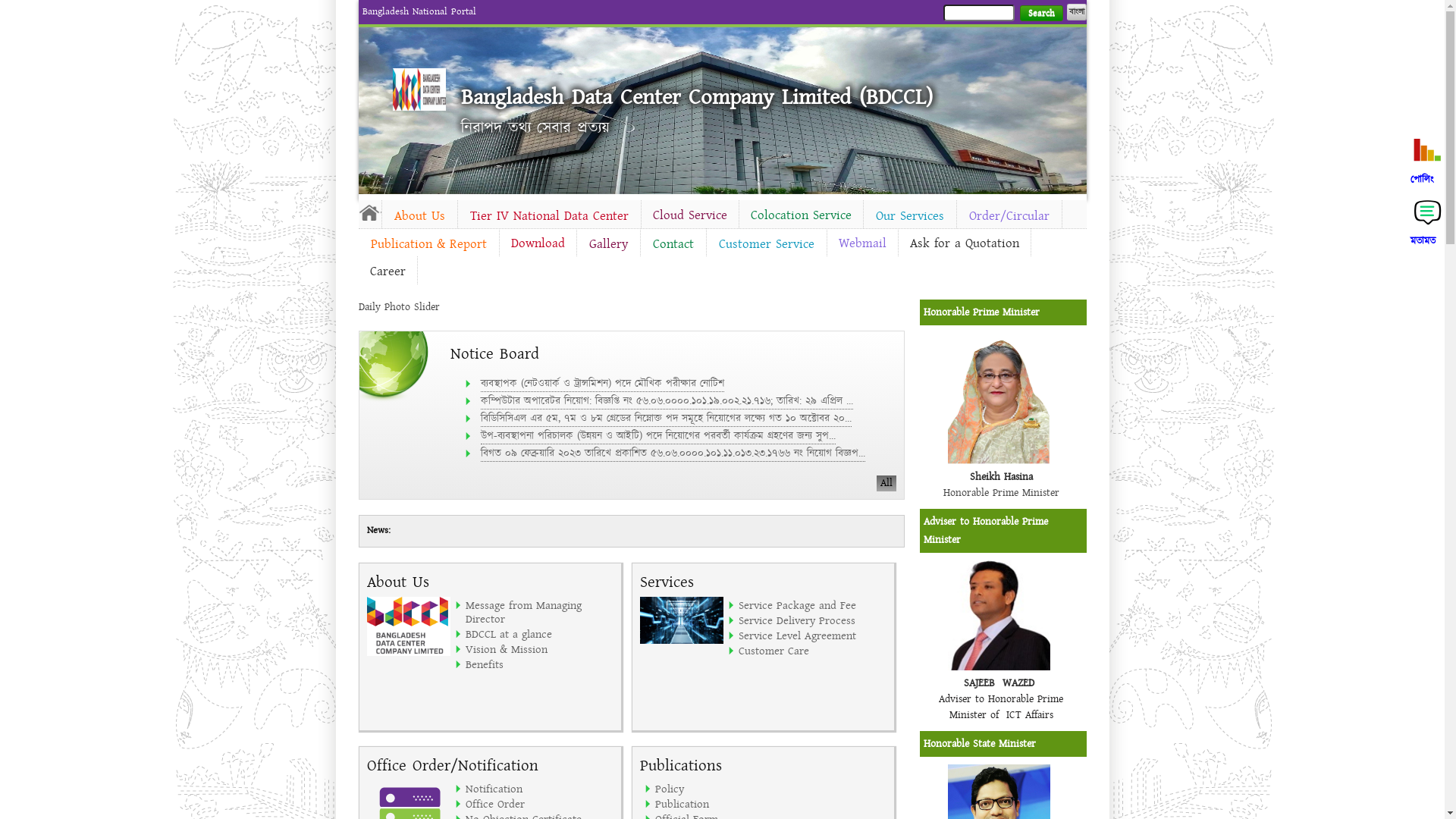 The image size is (1456, 819). Describe the element at coordinates (689, 215) in the screenshot. I see `'Cloud Service'` at that location.